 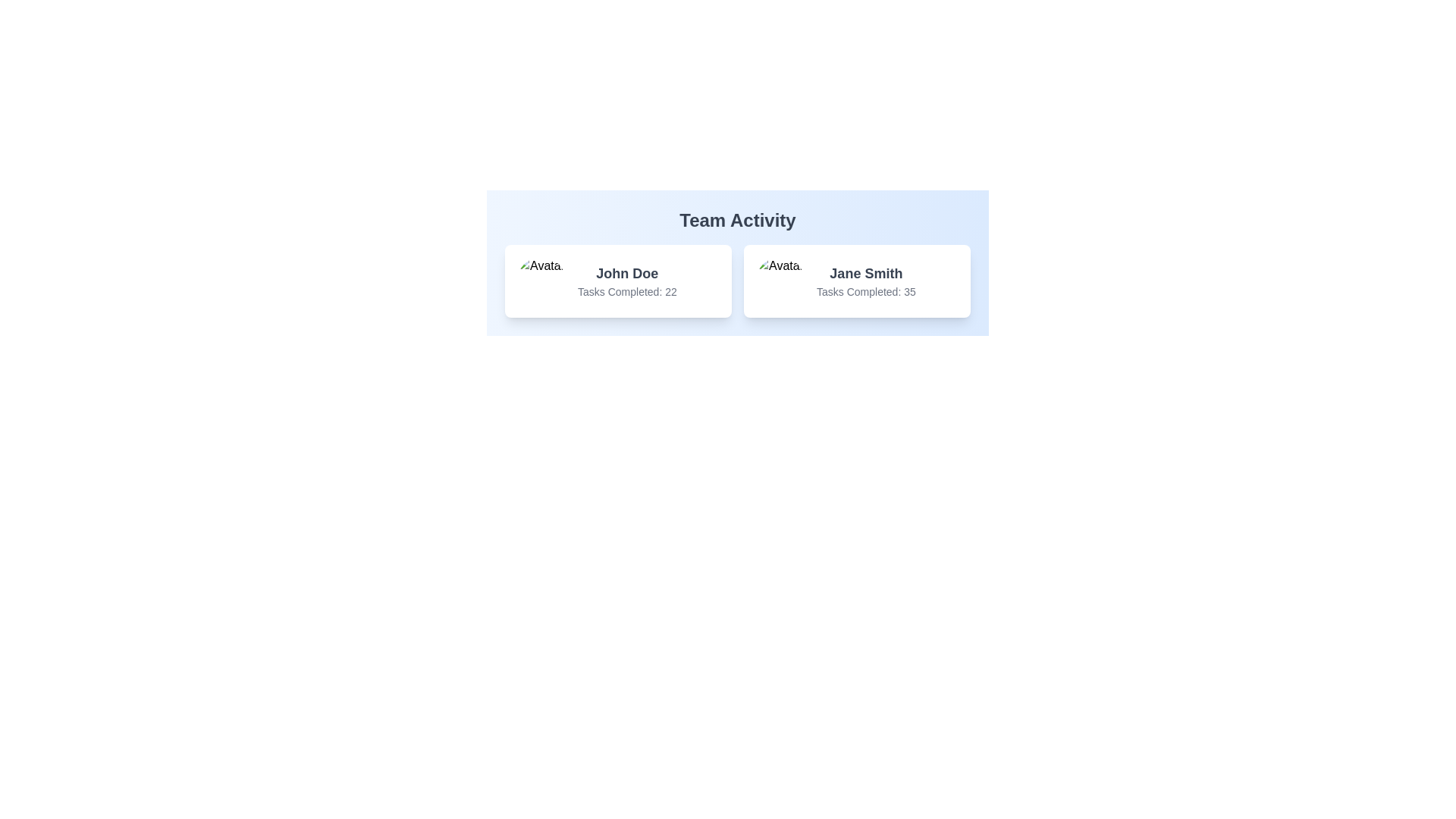 I want to click on the circular avatar image located in the 'Team Activity' section, so click(x=780, y=281).